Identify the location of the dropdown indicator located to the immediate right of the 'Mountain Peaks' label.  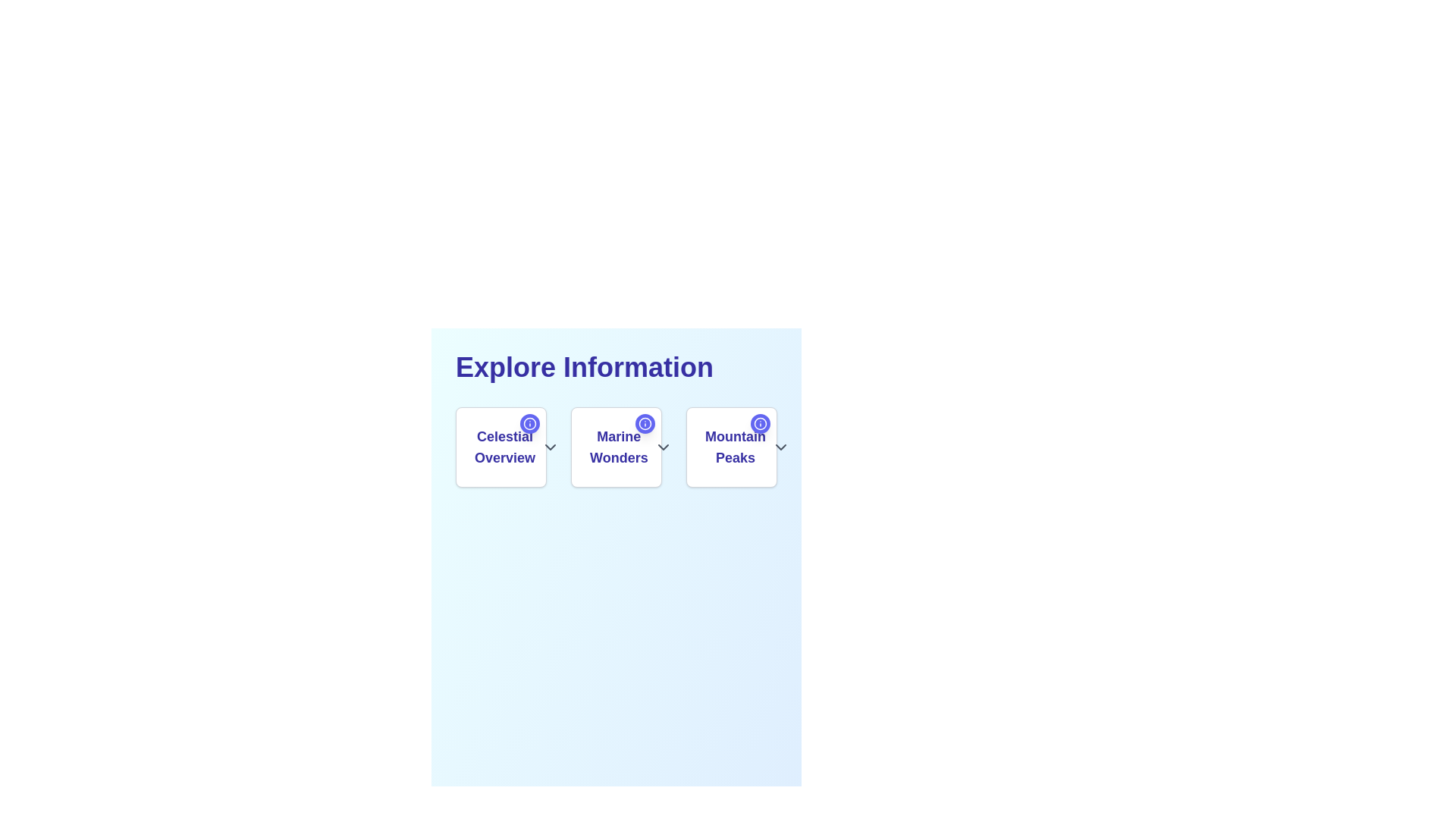
(780, 447).